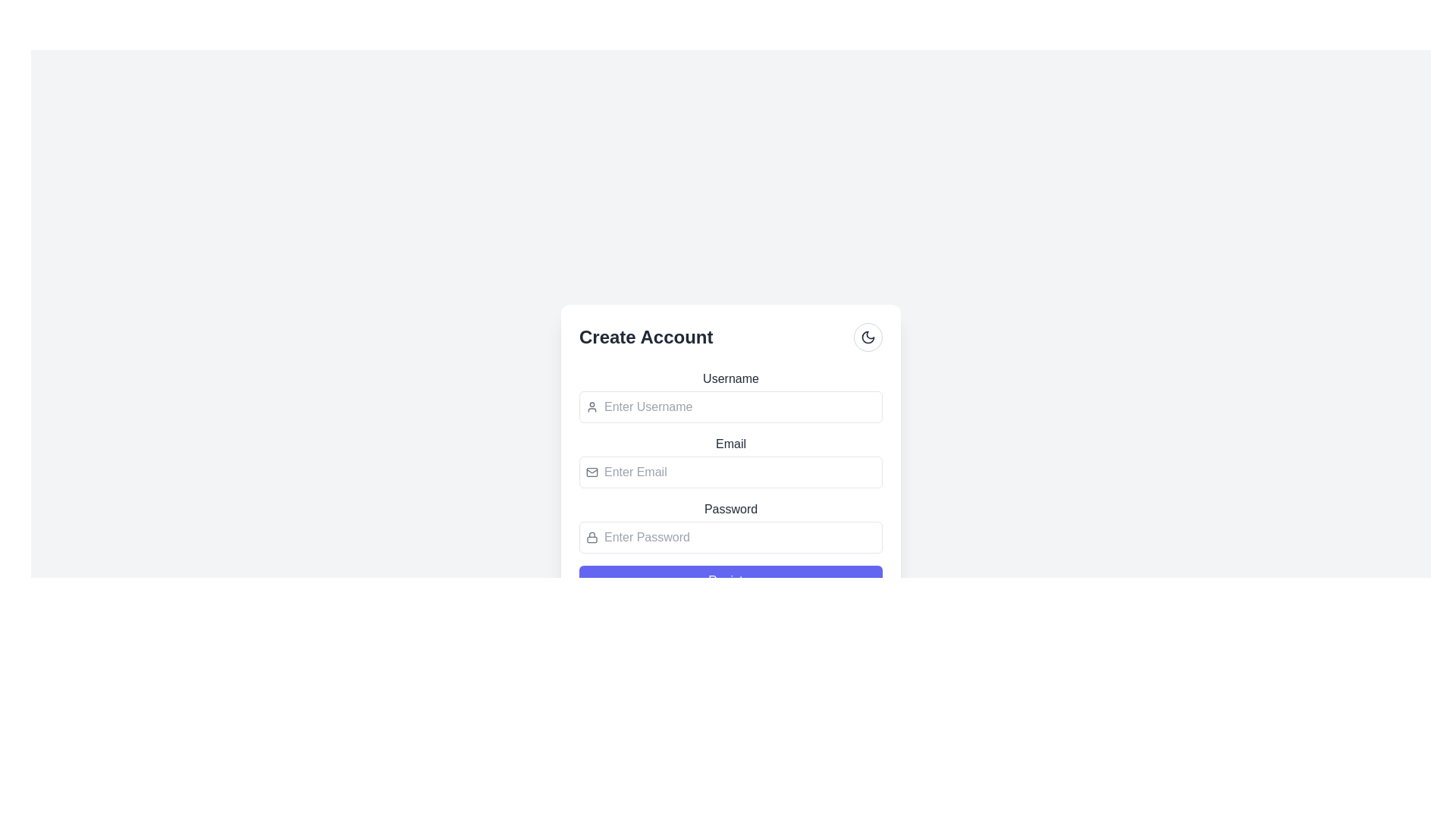 The image size is (1456, 819). I want to click on the 'Email' input field in the 'Create Account' form card, which is the second input field below the 'Username' input and above the 'Password' input, so click(731, 458).